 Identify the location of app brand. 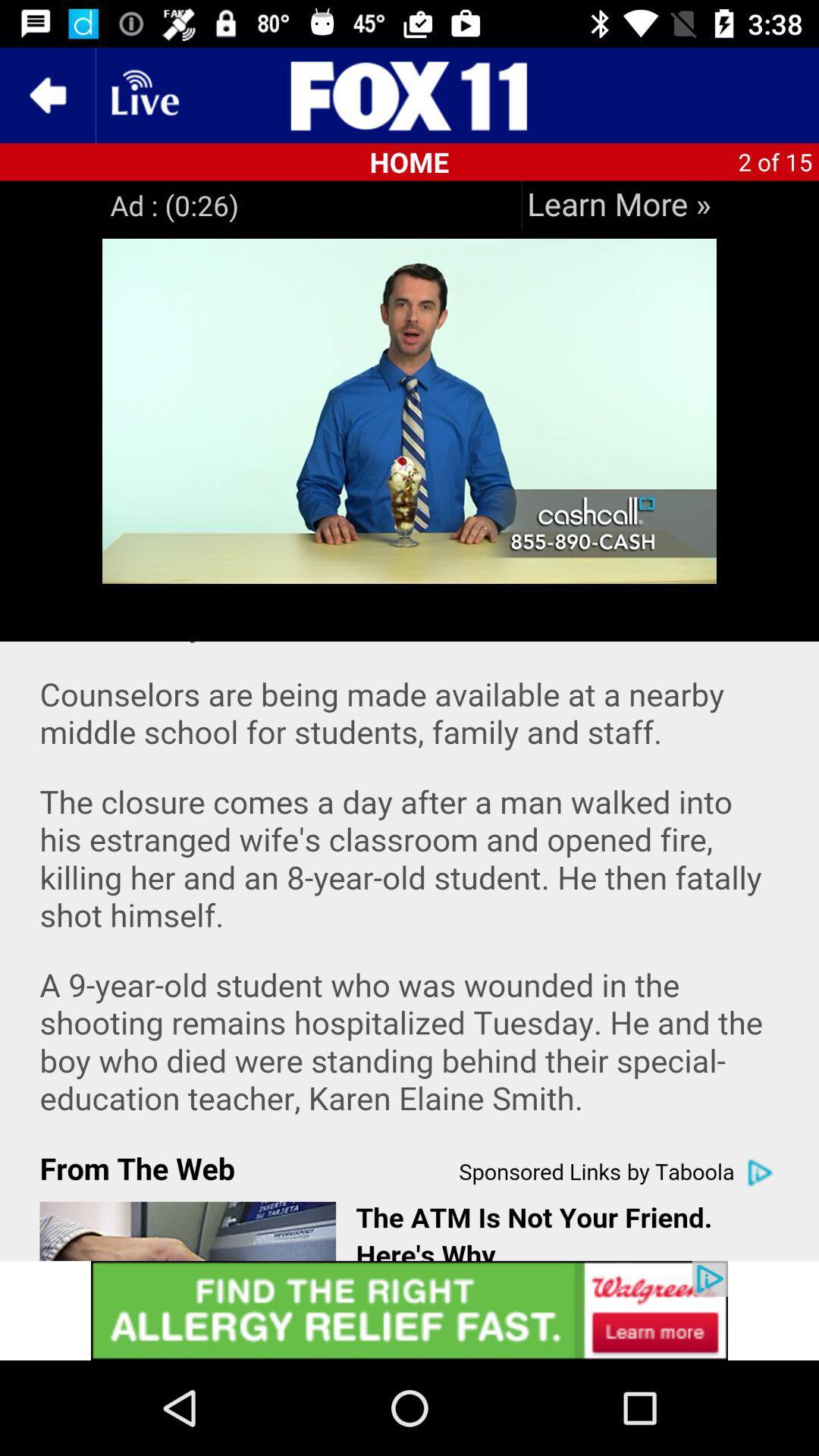
(409, 94).